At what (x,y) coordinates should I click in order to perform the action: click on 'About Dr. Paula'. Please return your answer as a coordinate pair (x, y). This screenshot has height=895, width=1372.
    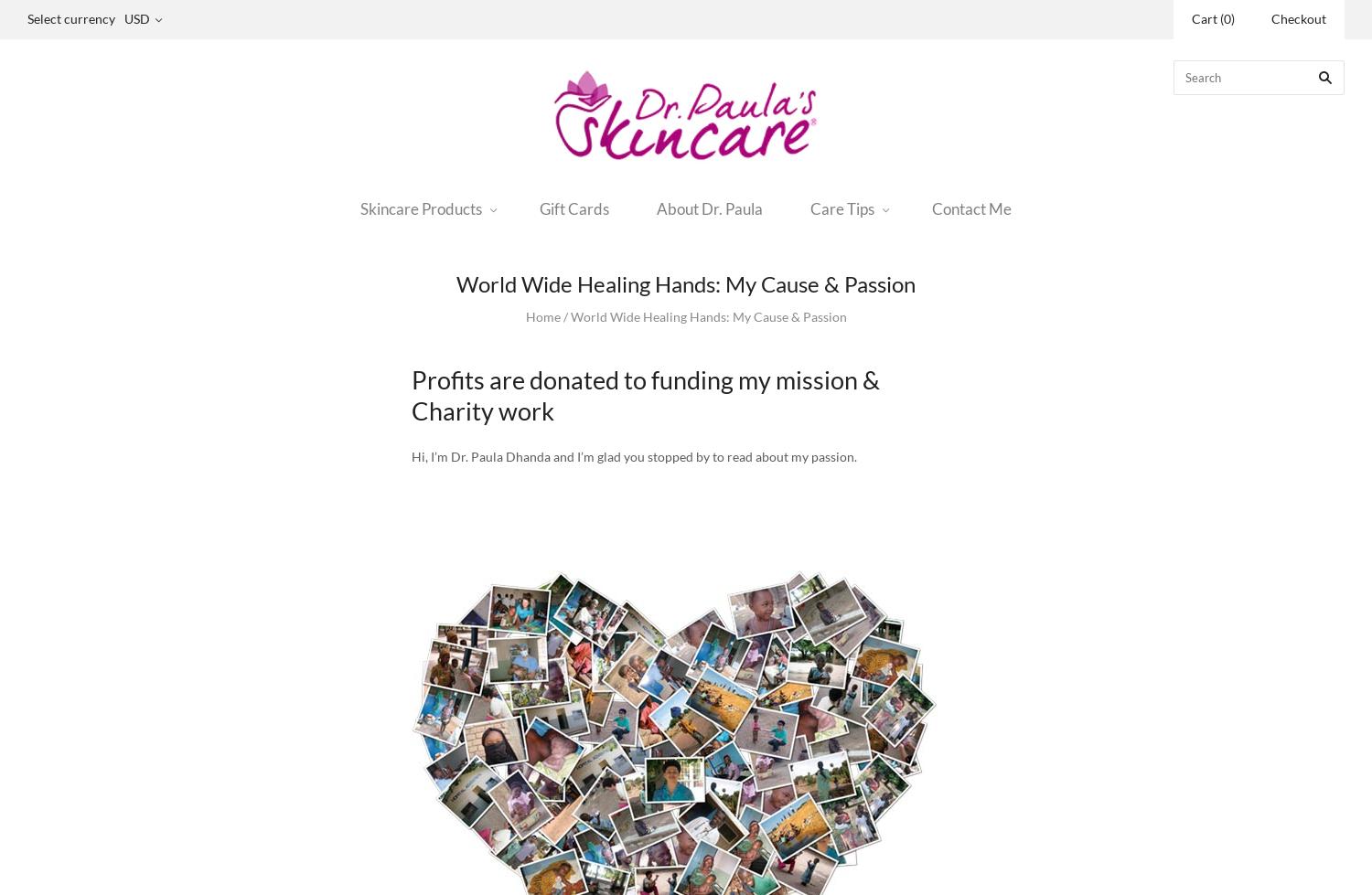
    Looking at the image, I should click on (709, 208).